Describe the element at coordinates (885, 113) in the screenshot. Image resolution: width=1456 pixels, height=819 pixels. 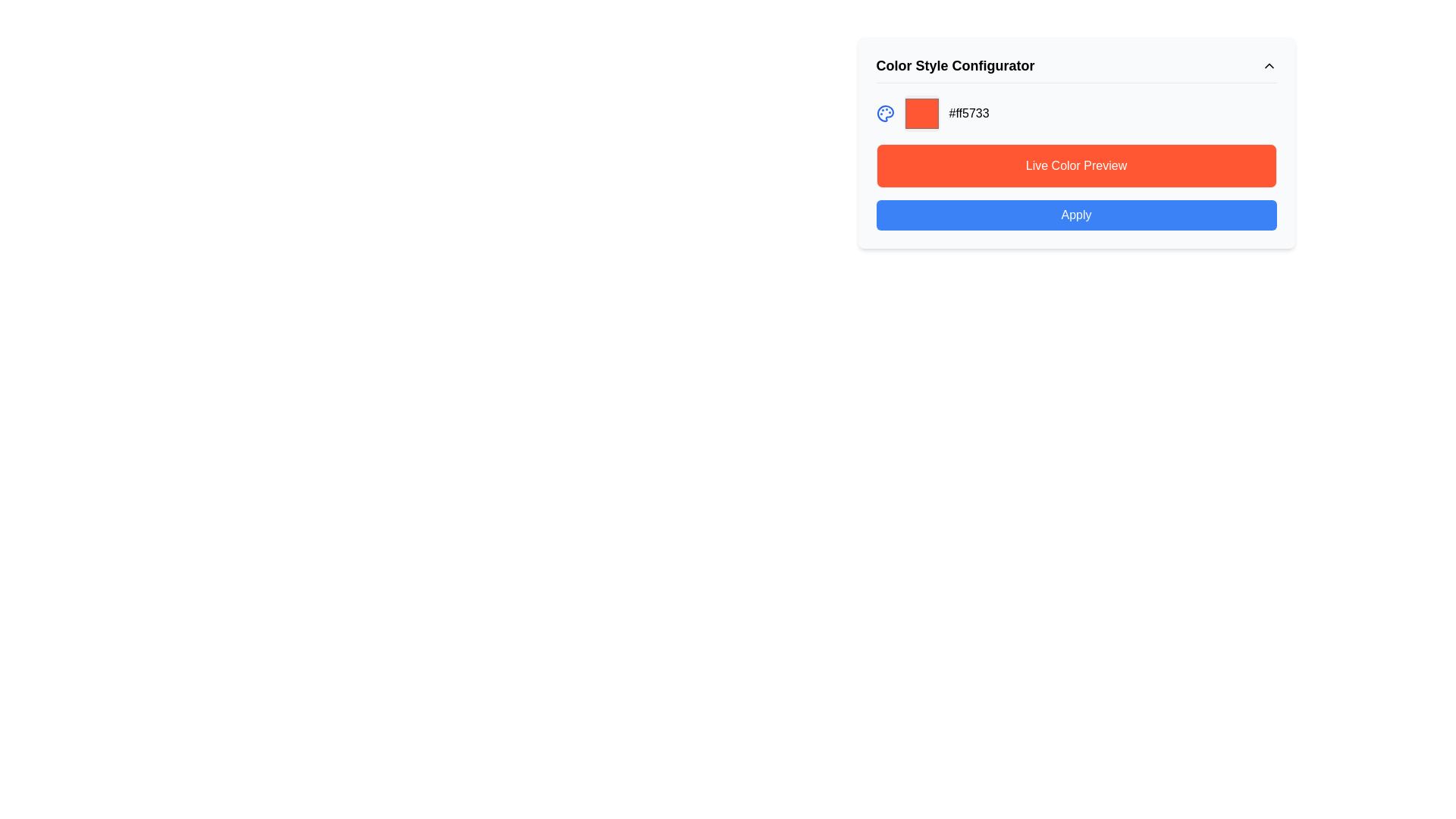
I see `the decorative icon that indicates color or art-related features, located to the left of the color block and color code input, as the first item in the row` at that location.